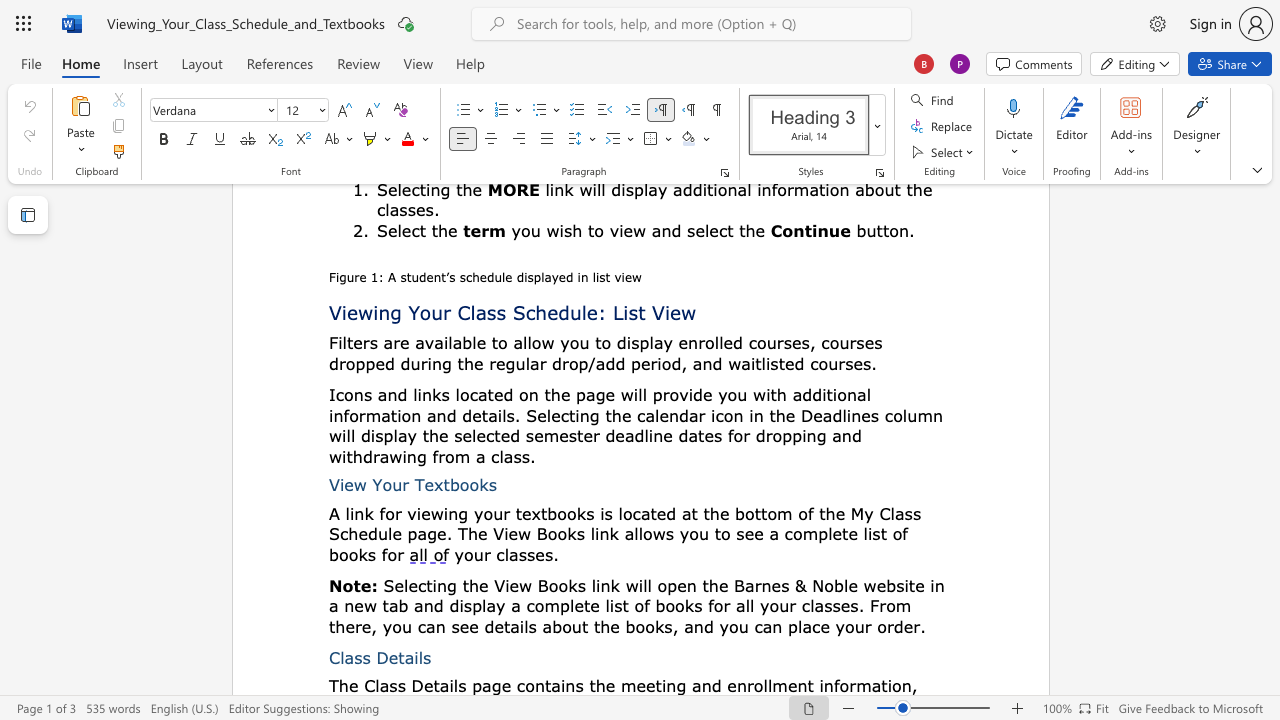 This screenshot has height=720, width=1280. I want to click on the 2th character "l" in the text, so click(454, 684).